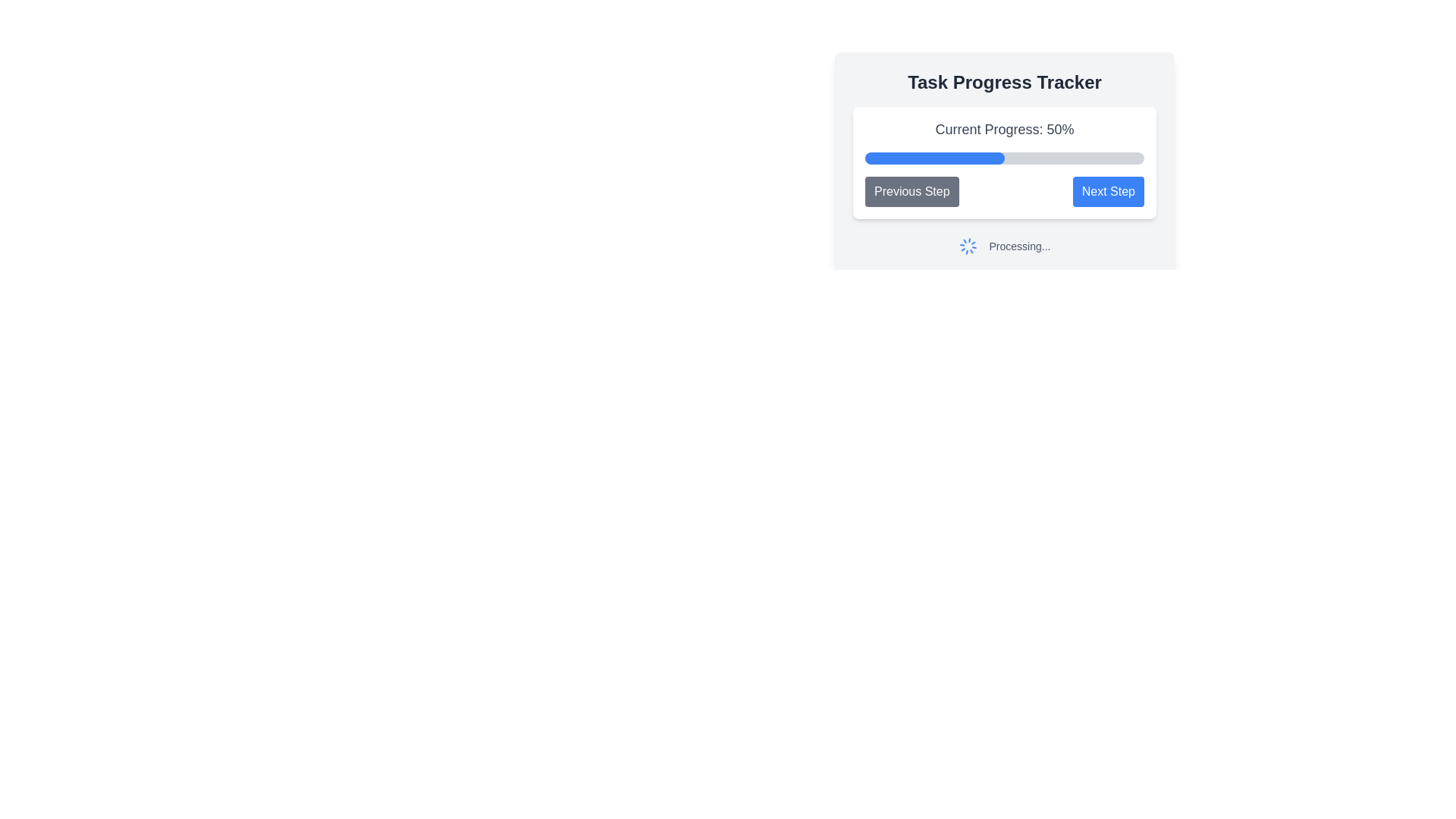 Image resolution: width=1456 pixels, height=819 pixels. I want to click on the filled segment of the Progress bar that indicates 50% completion under the 'Current Progress: 50%' text in the 'Task Progress Tracker' section, so click(934, 158).